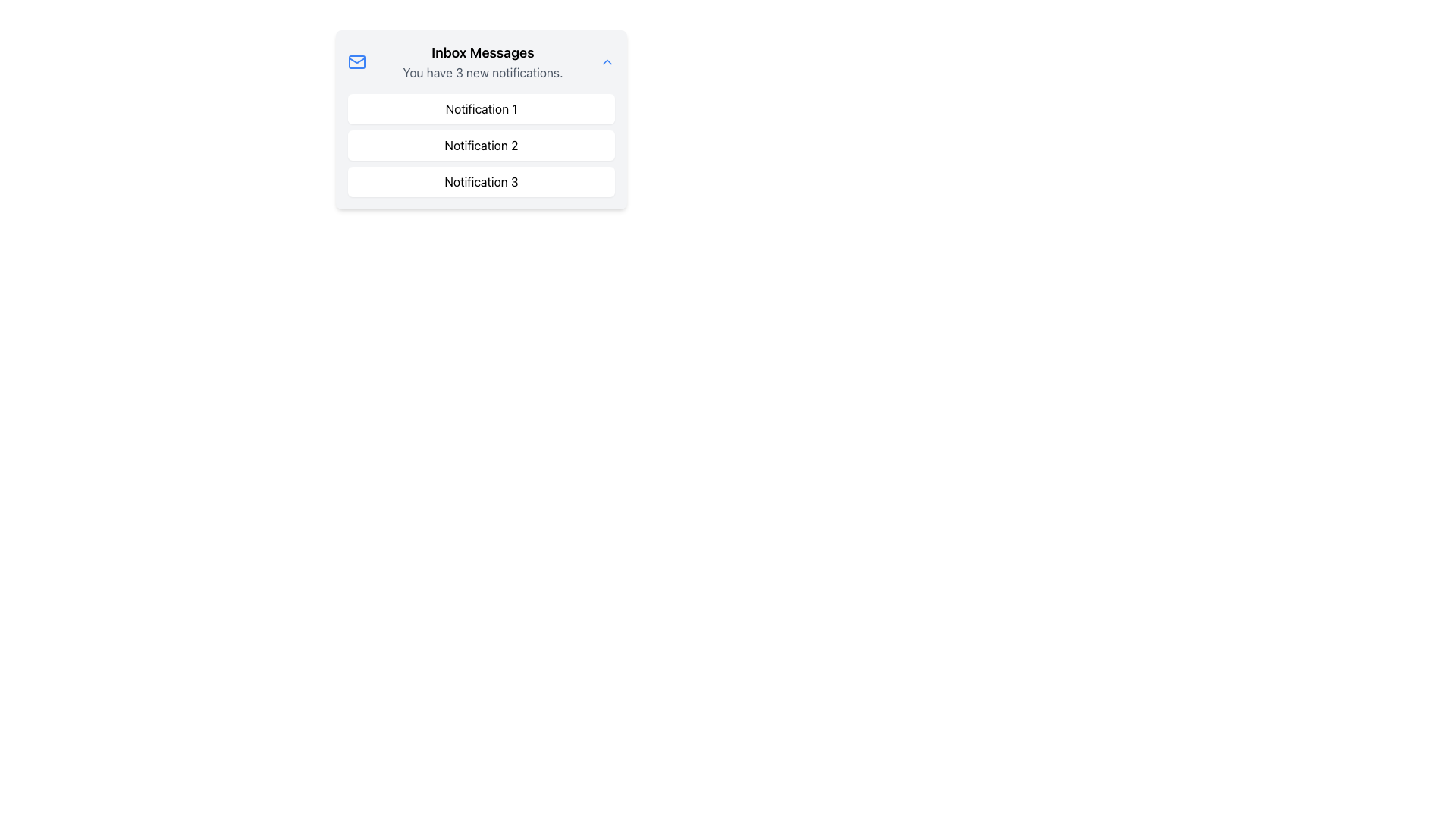  Describe the element at coordinates (482, 61) in the screenshot. I see `the Textual Header displaying 'Inbox Messages' and 'You have 3 new notifications.'` at that location.